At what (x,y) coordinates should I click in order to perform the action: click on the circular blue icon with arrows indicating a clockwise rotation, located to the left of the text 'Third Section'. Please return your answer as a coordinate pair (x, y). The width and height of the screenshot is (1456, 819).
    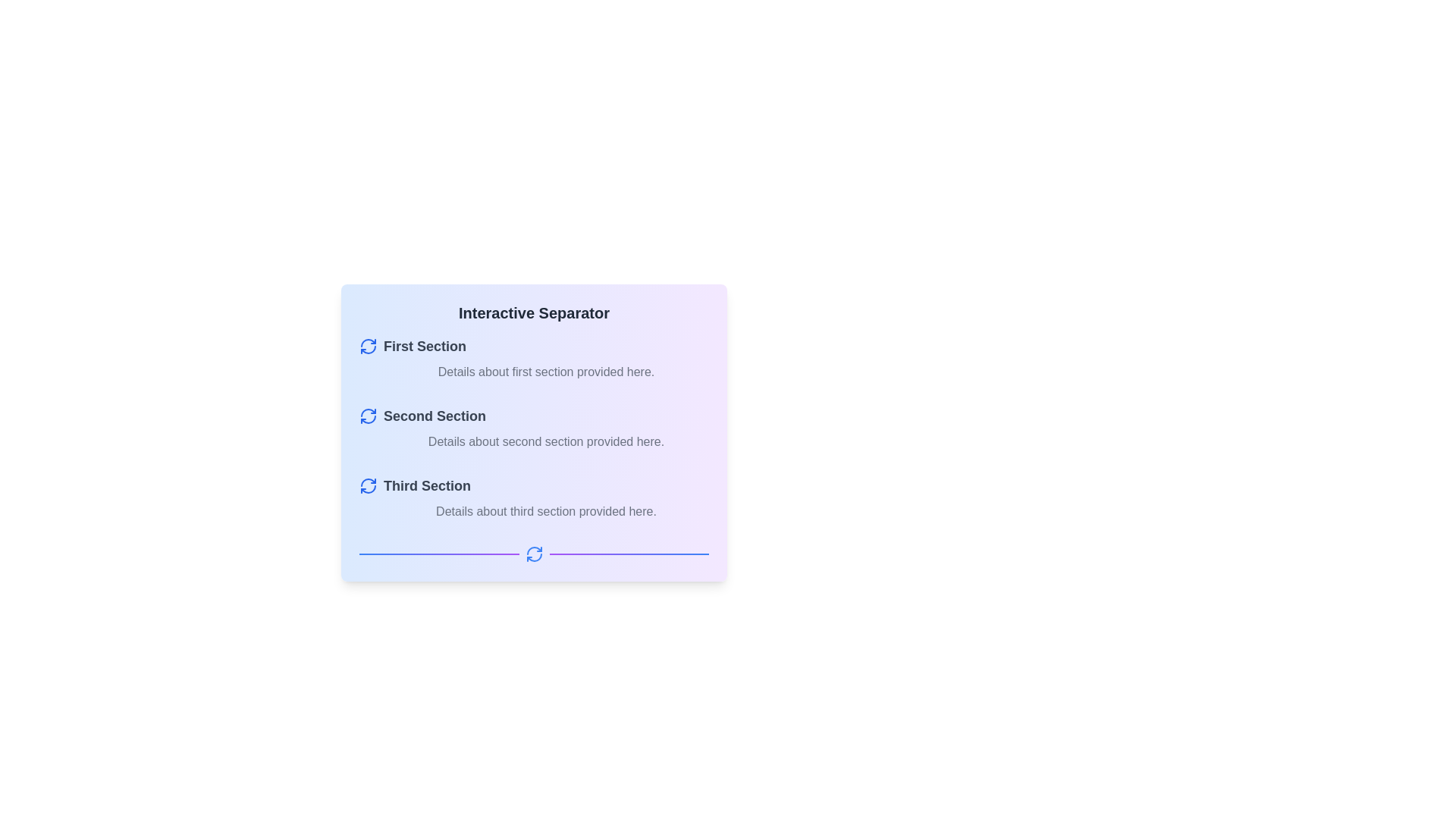
    Looking at the image, I should click on (368, 485).